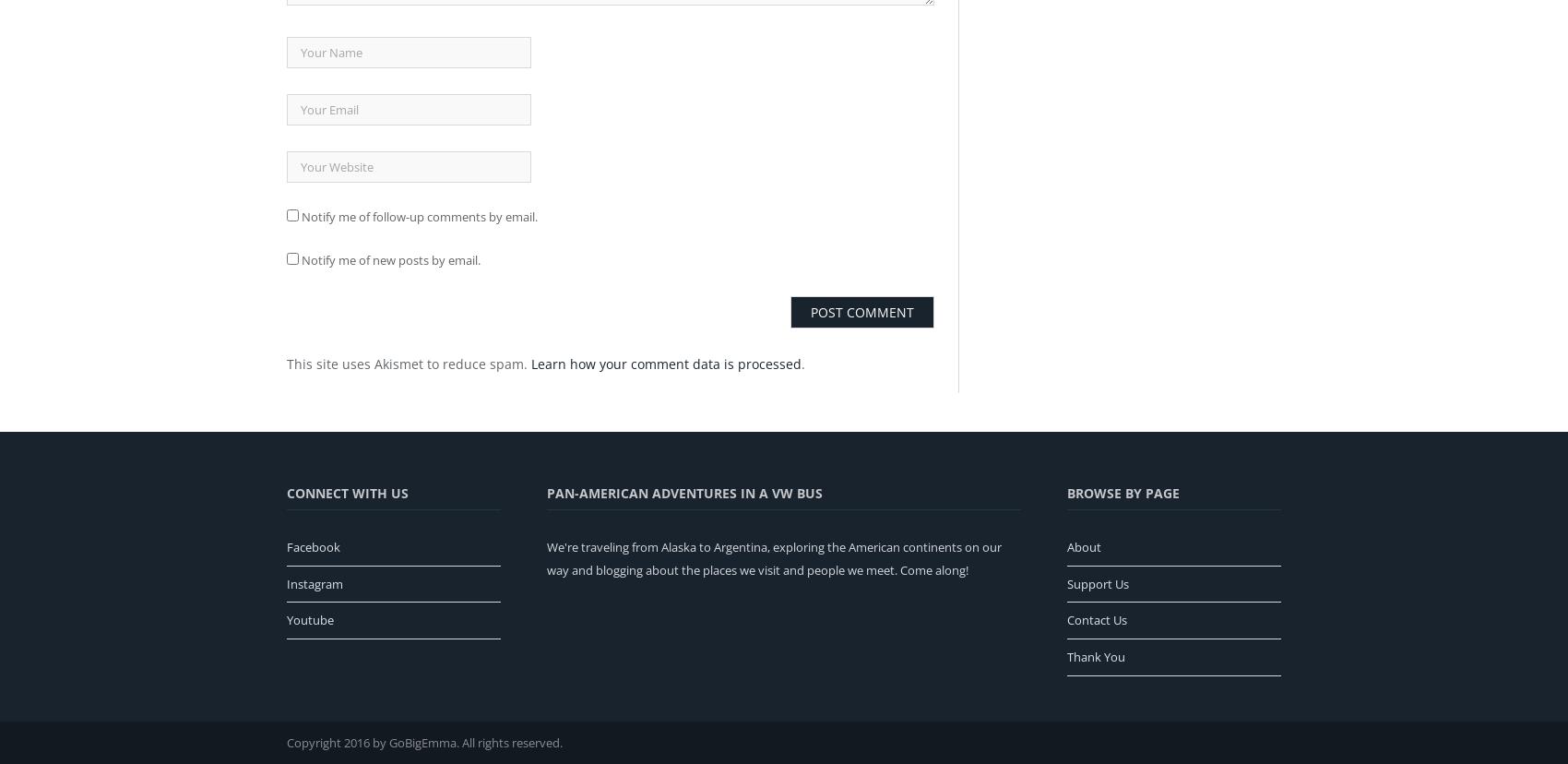  I want to click on 'Contact Us', so click(1096, 619).